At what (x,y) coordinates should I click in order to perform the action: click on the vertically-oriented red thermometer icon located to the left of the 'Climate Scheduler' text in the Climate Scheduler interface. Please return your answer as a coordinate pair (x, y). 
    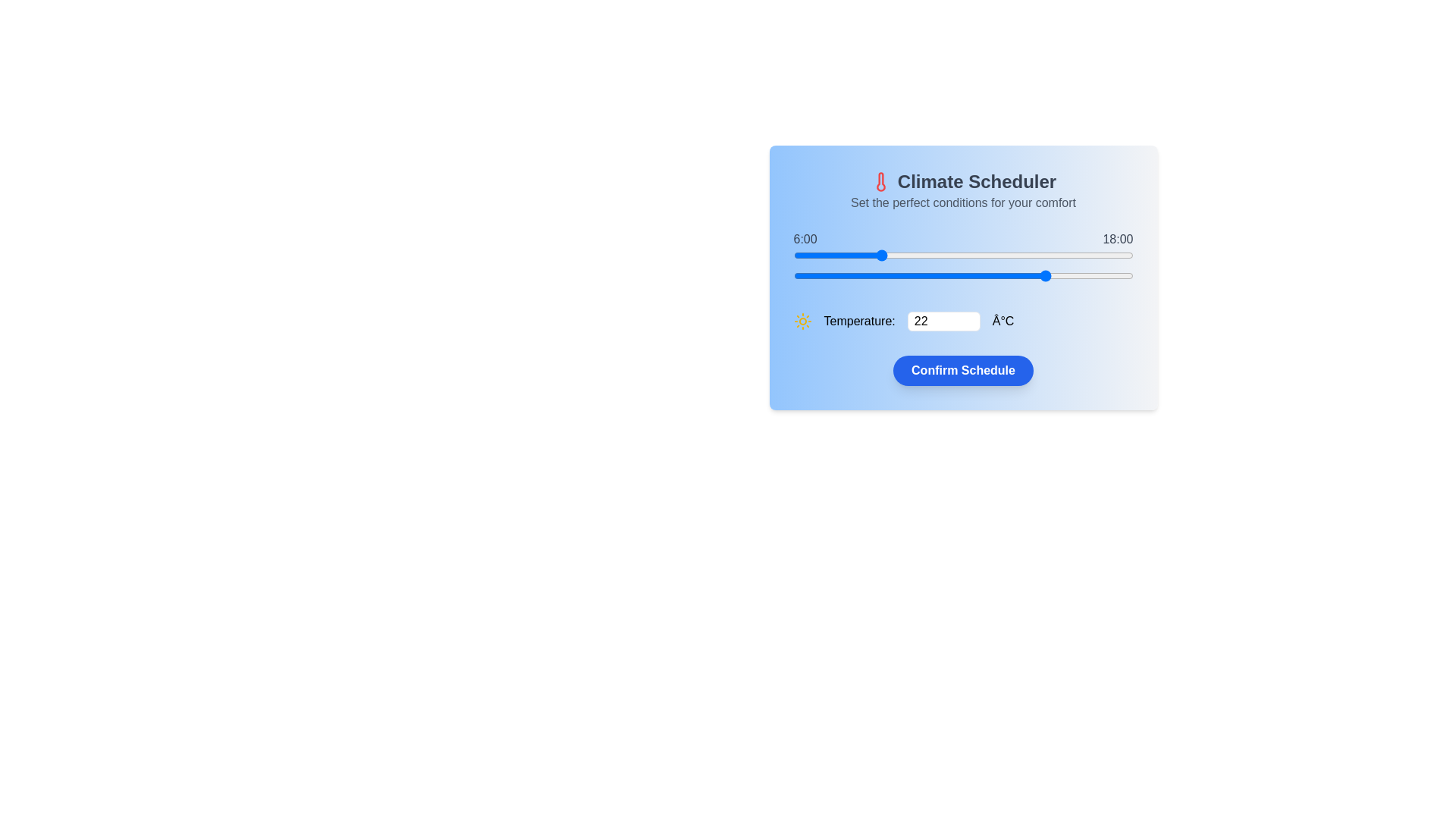
    Looking at the image, I should click on (880, 180).